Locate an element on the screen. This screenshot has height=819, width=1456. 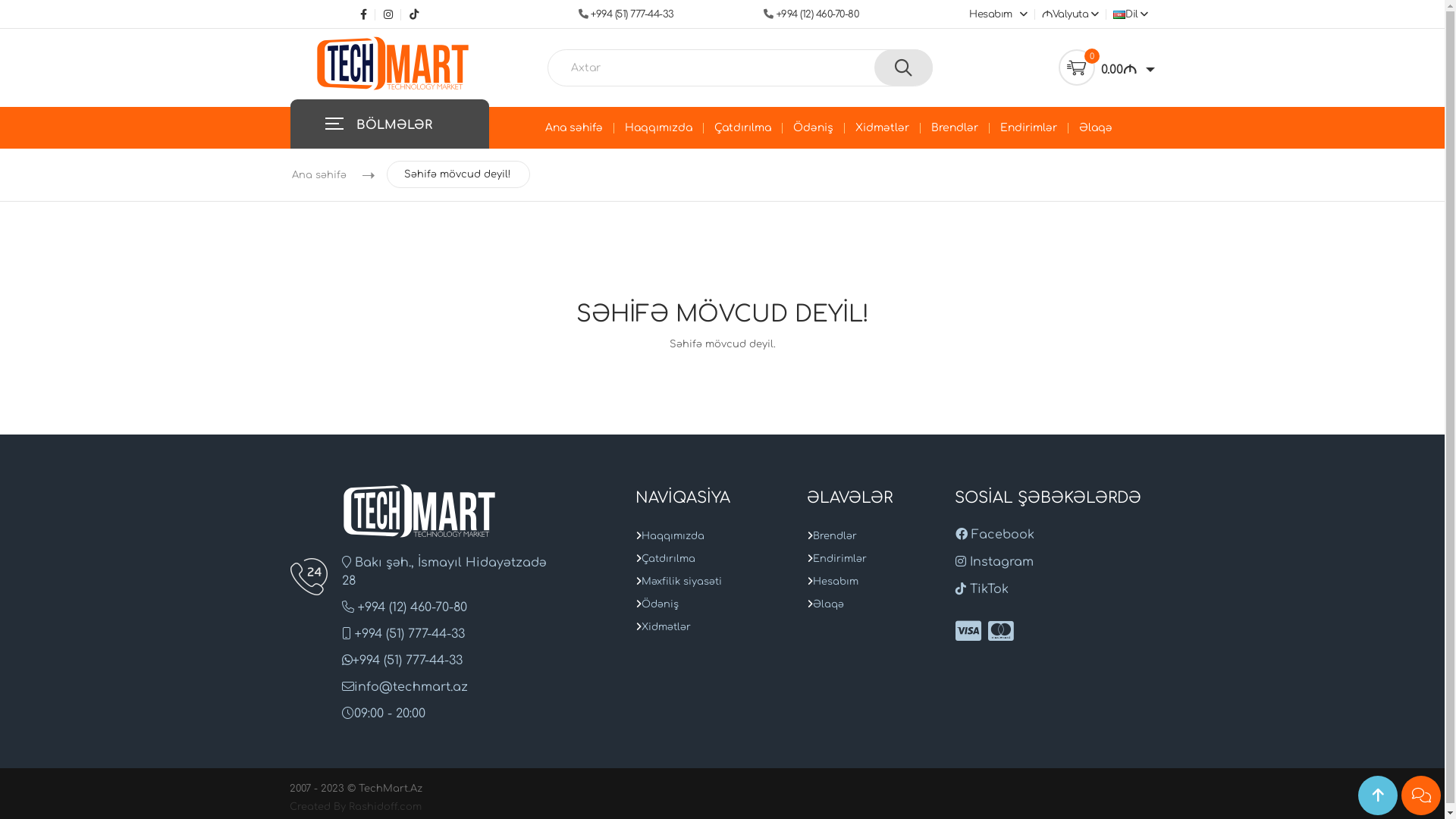
'+994 (51) 777-44-33' is located at coordinates (632, 14).